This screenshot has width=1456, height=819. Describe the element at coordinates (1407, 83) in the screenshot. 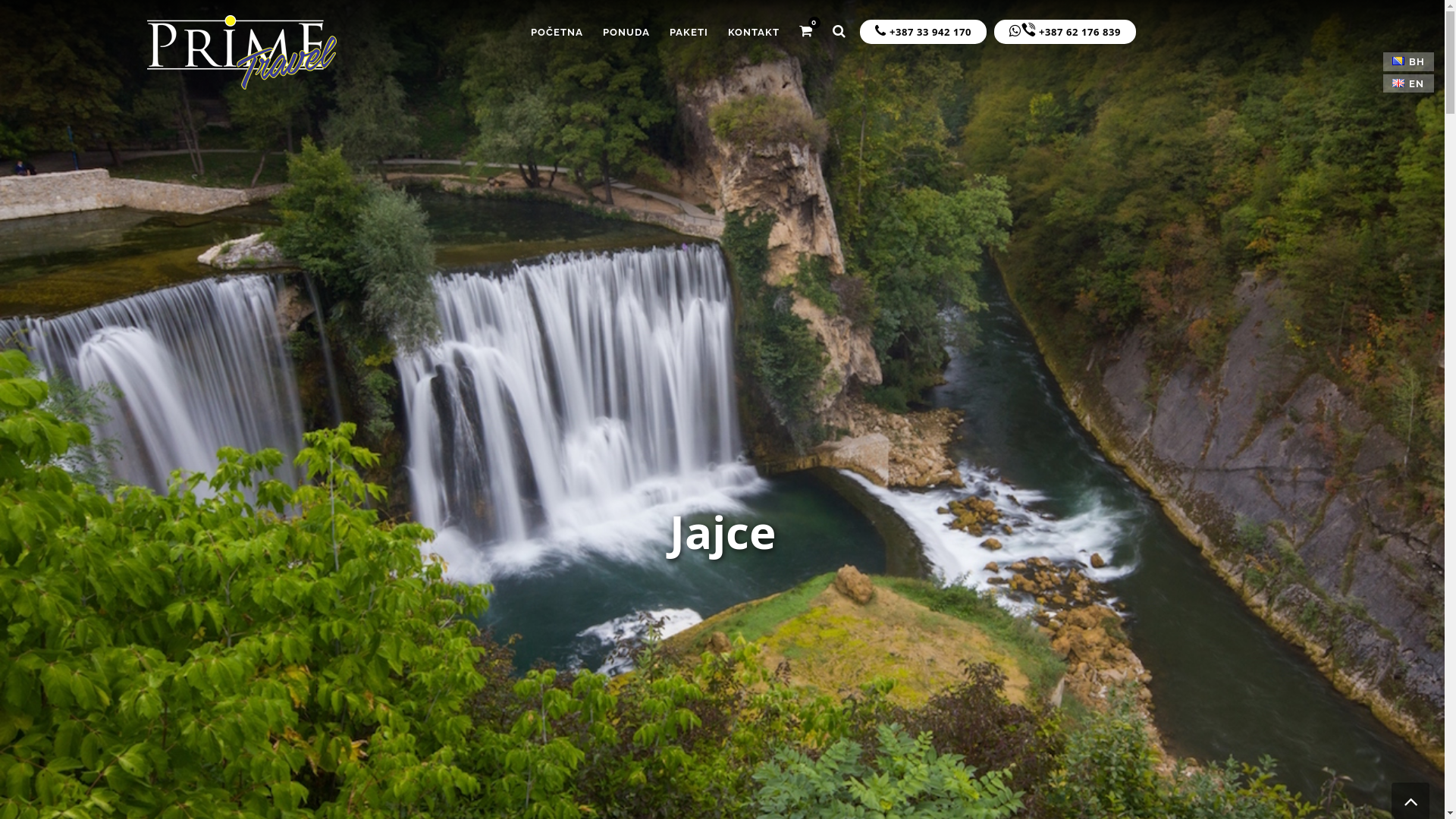

I see `'EN'` at that location.